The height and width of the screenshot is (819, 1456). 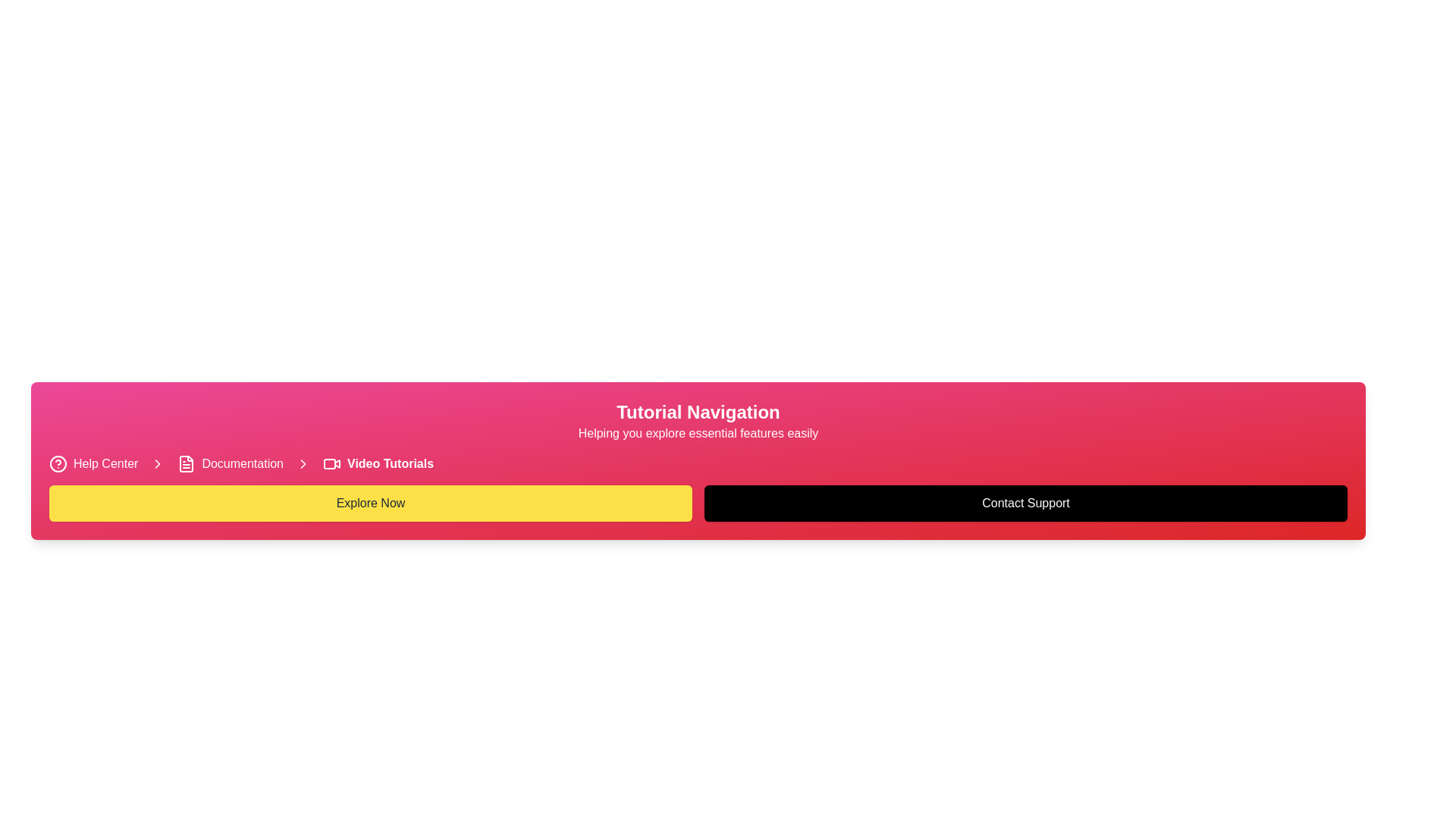 I want to click on the second button located to the right of the 'Explore Now' yellow button in the pink gradient header area, so click(x=1026, y=503).